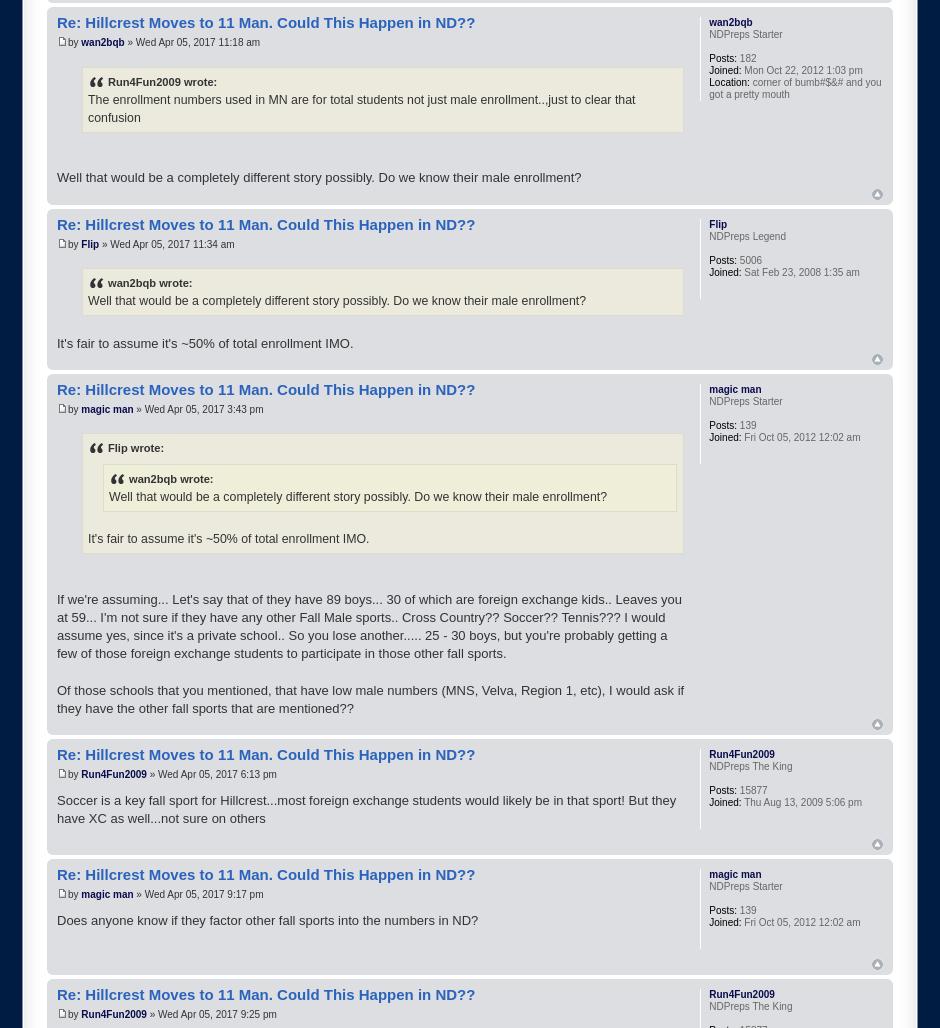 This screenshot has height=1028, width=940. Describe the element at coordinates (365, 809) in the screenshot. I see `'Soccer is a key fall sport for Hillcrest...most foreign exchange students would likely be in that sport! But they have XC as well...not sure on others'` at that location.